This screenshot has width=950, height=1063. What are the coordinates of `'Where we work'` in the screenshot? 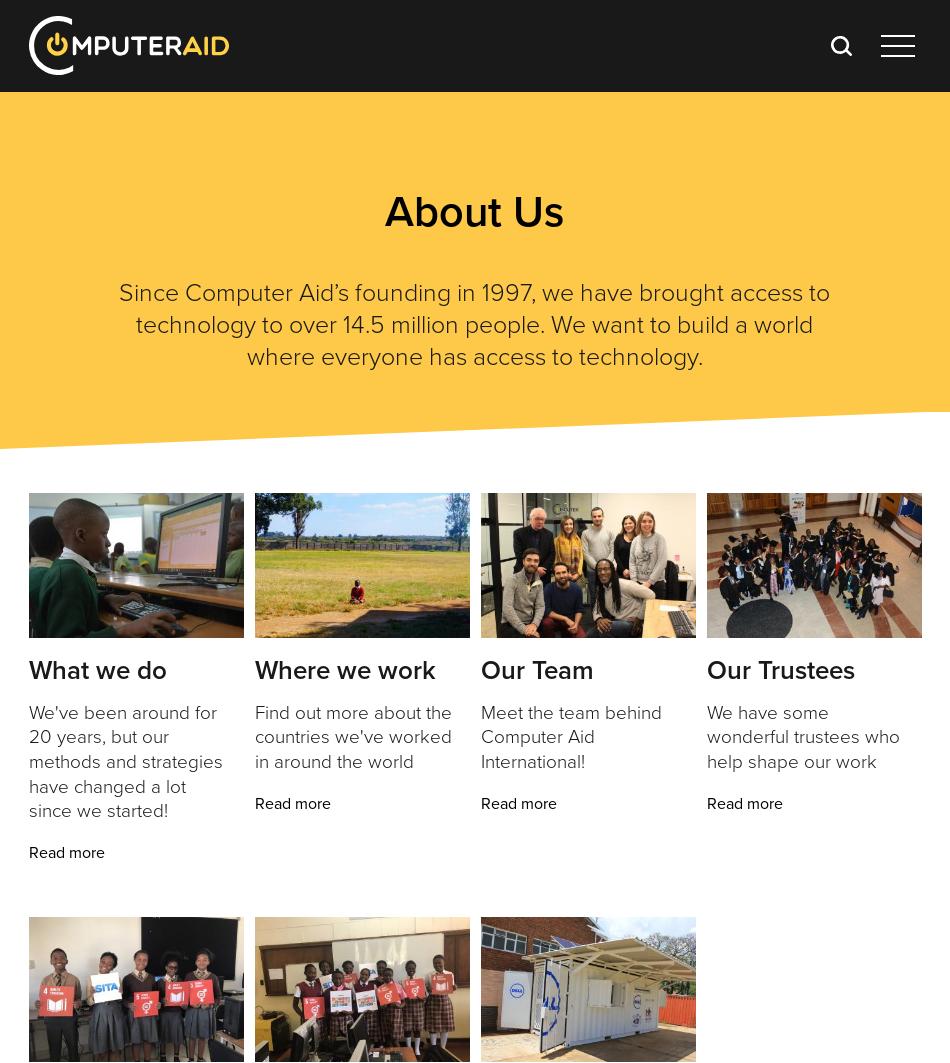 It's located at (343, 668).